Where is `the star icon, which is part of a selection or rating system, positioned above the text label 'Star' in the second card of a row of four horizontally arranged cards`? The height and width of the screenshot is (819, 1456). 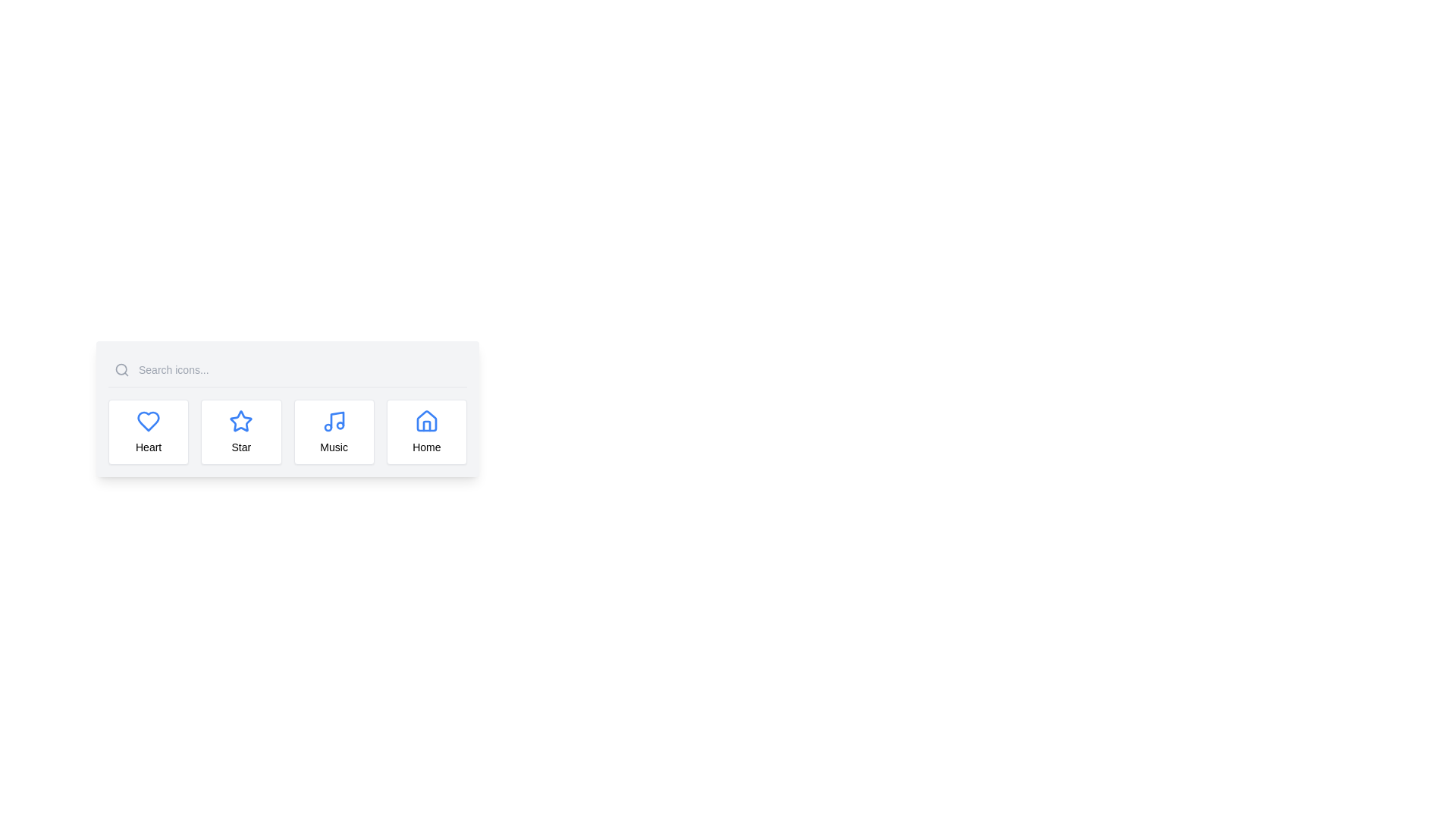
the star icon, which is part of a selection or rating system, positioned above the text label 'Star' in the second card of a row of four horizontally arranged cards is located at coordinates (240, 421).